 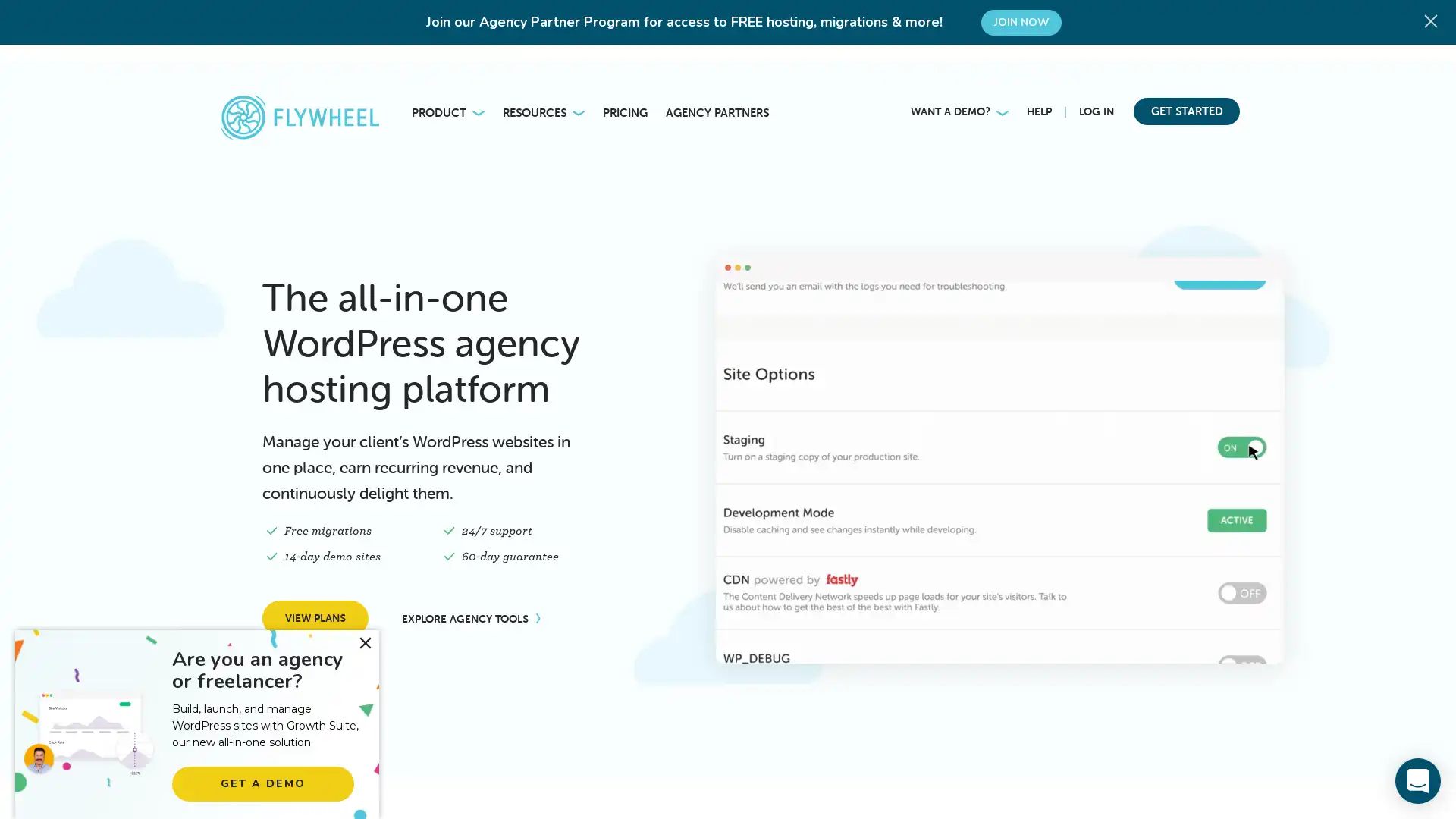 I want to click on Close, so click(x=1433, y=19).